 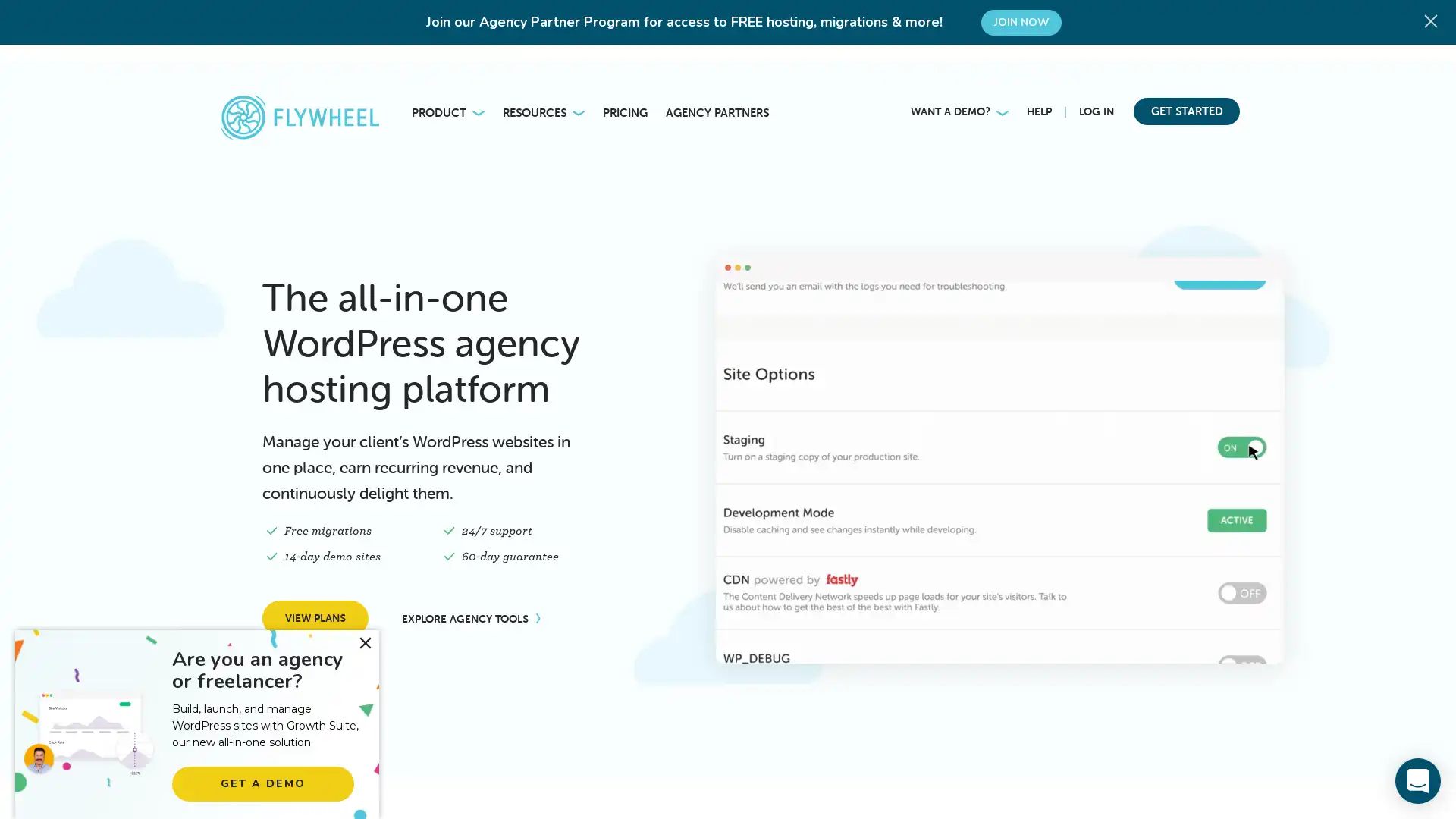 I want to click on Close, so click(x=1433, y=19).